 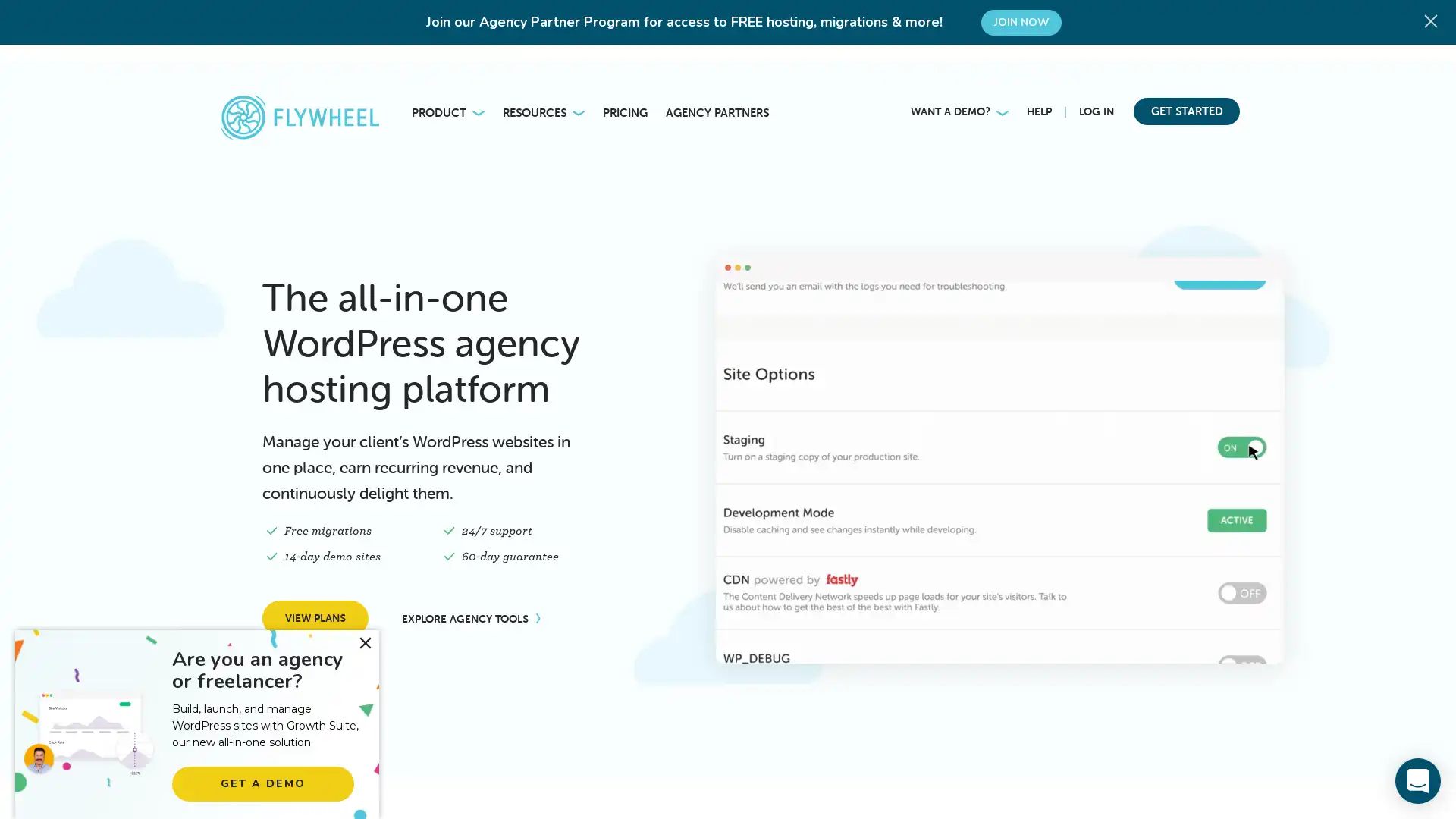 I want to click on Close, so click(x=1433, y=19).